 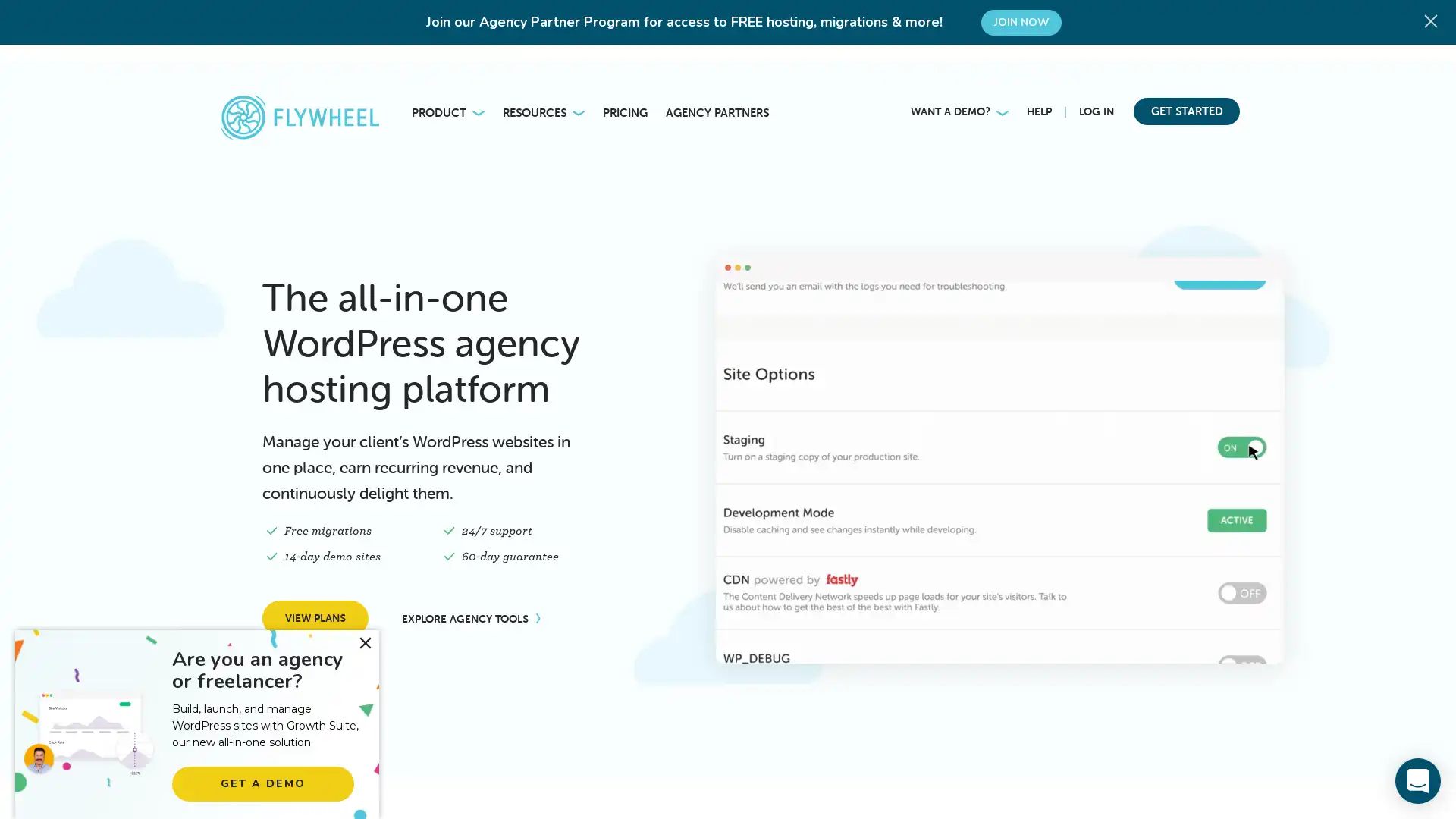 I want to click on Close, so click(x=1433, y=19).